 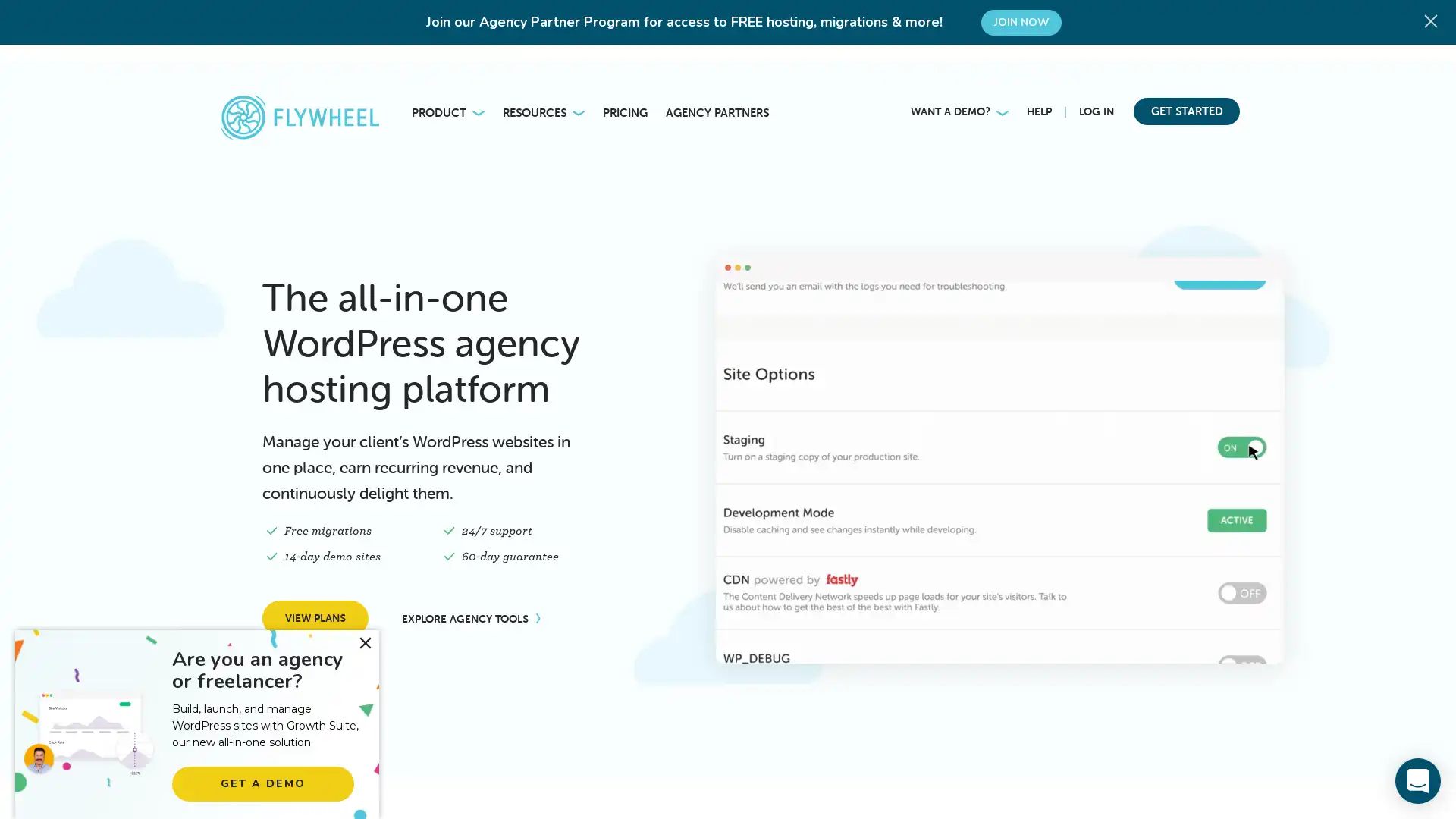 I want to click on Close, so click(x=1433, y=19).